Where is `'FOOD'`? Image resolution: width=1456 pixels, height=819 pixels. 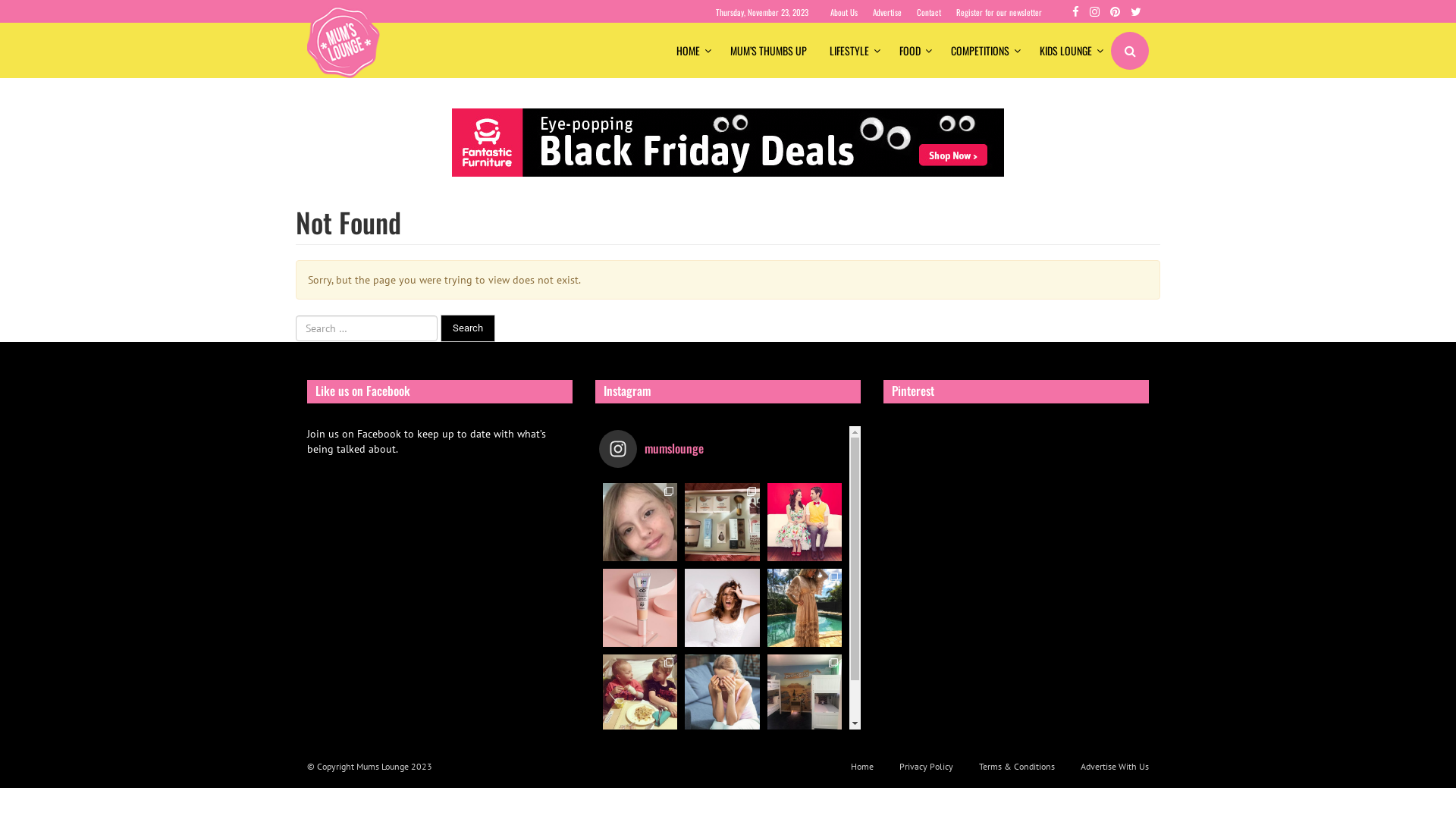
'FOOD' is located at coordinates (912, 49).